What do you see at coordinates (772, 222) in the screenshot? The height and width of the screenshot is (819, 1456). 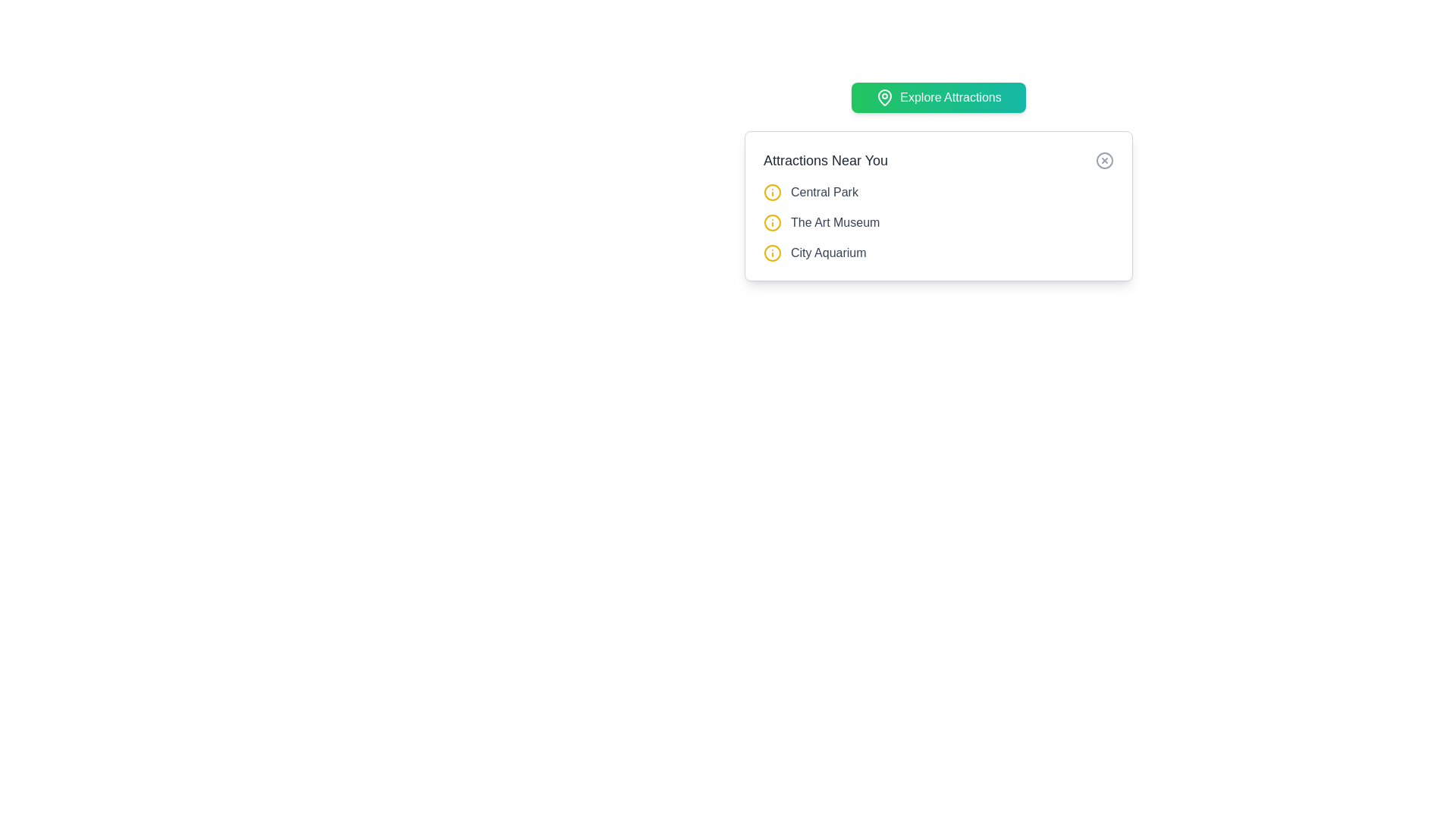 I see `the informational icon for 'The Art Museum', located to the left of the text label in a horizontal list` at bounding box center [772, 222].